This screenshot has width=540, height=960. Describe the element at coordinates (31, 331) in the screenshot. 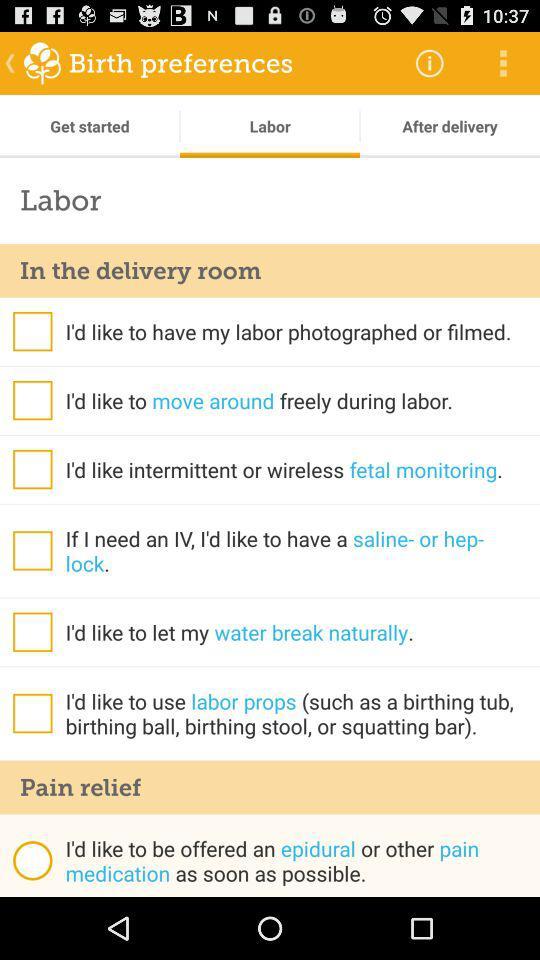

I see `option selection bar` at that location.